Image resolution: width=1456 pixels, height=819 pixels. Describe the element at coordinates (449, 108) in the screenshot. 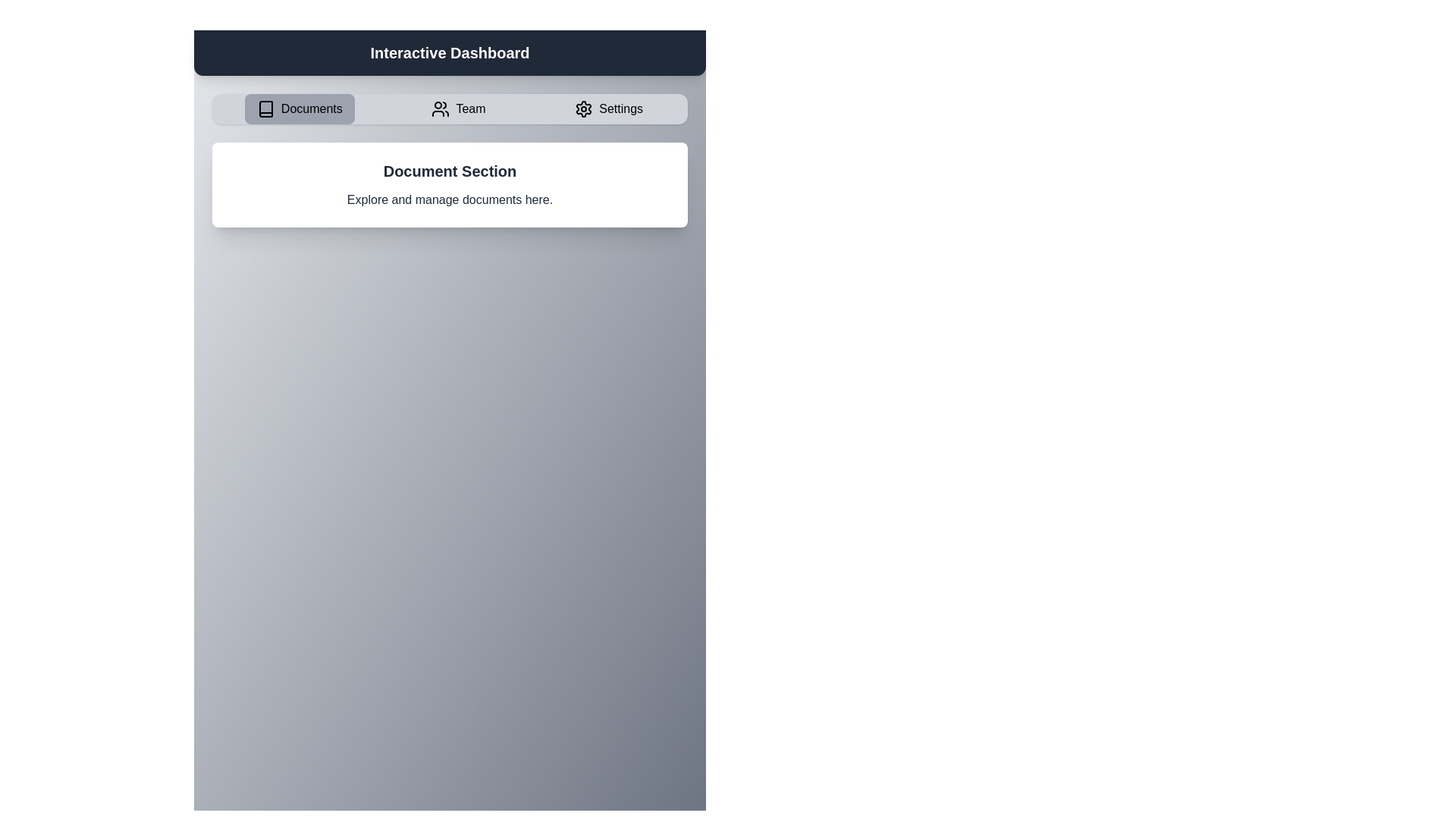

I see `the 'Team' item in the Navigation bar located below the 'Interactive Dashboard' header to observe its hover effect` at that location.